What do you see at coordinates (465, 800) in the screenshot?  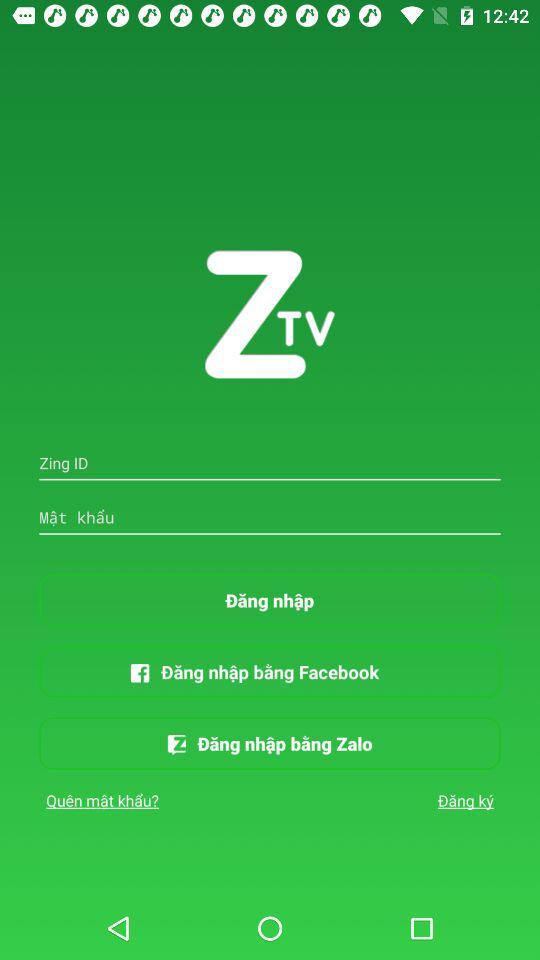 I see `icon at the bottom right corner` at bounding box center [465, 800].